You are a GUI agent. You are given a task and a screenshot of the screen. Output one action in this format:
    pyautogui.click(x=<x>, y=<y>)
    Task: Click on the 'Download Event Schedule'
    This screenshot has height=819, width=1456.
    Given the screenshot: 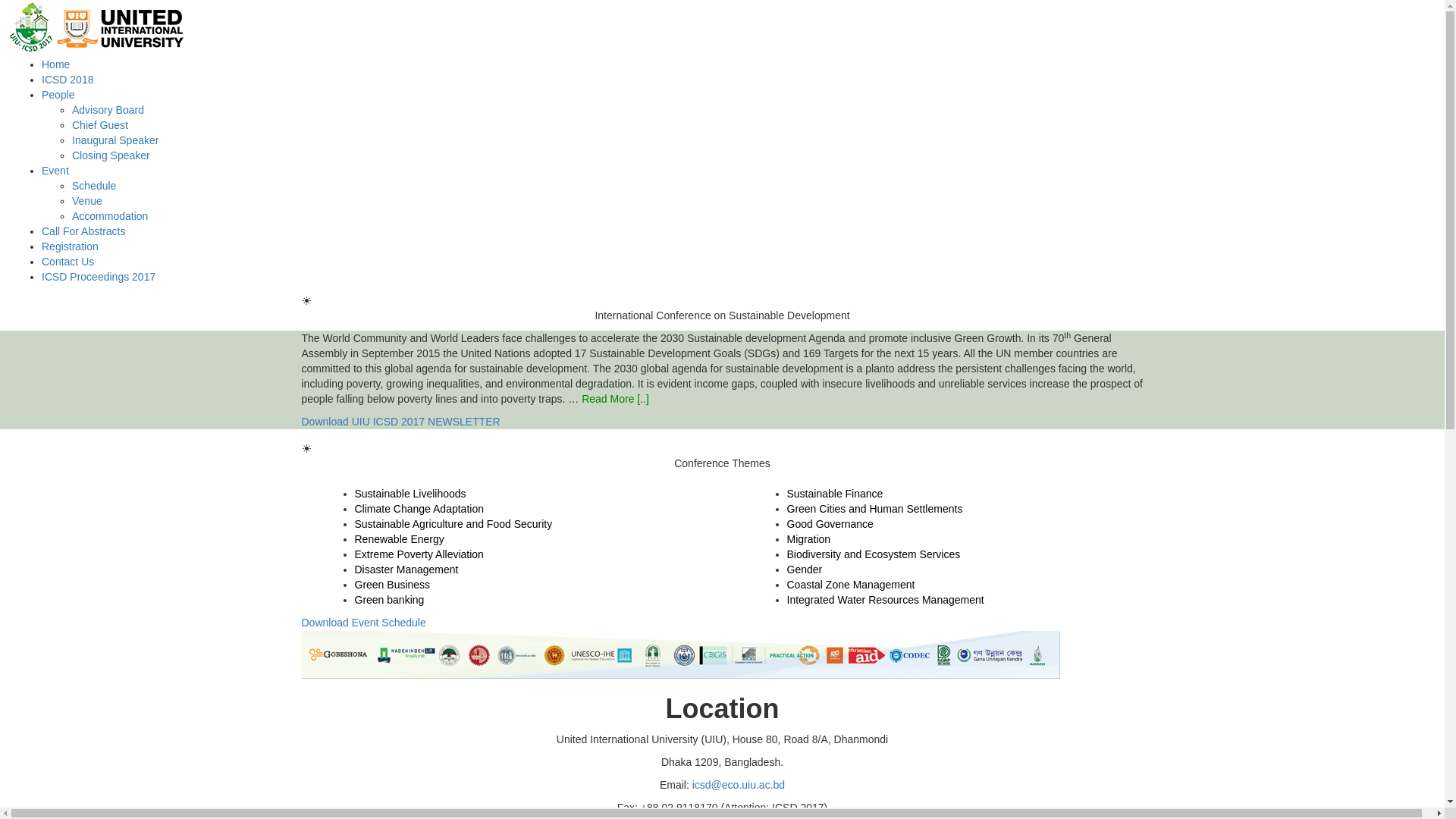 What is the action you would take?
    pyautogui.click(x=364, y=623)
    